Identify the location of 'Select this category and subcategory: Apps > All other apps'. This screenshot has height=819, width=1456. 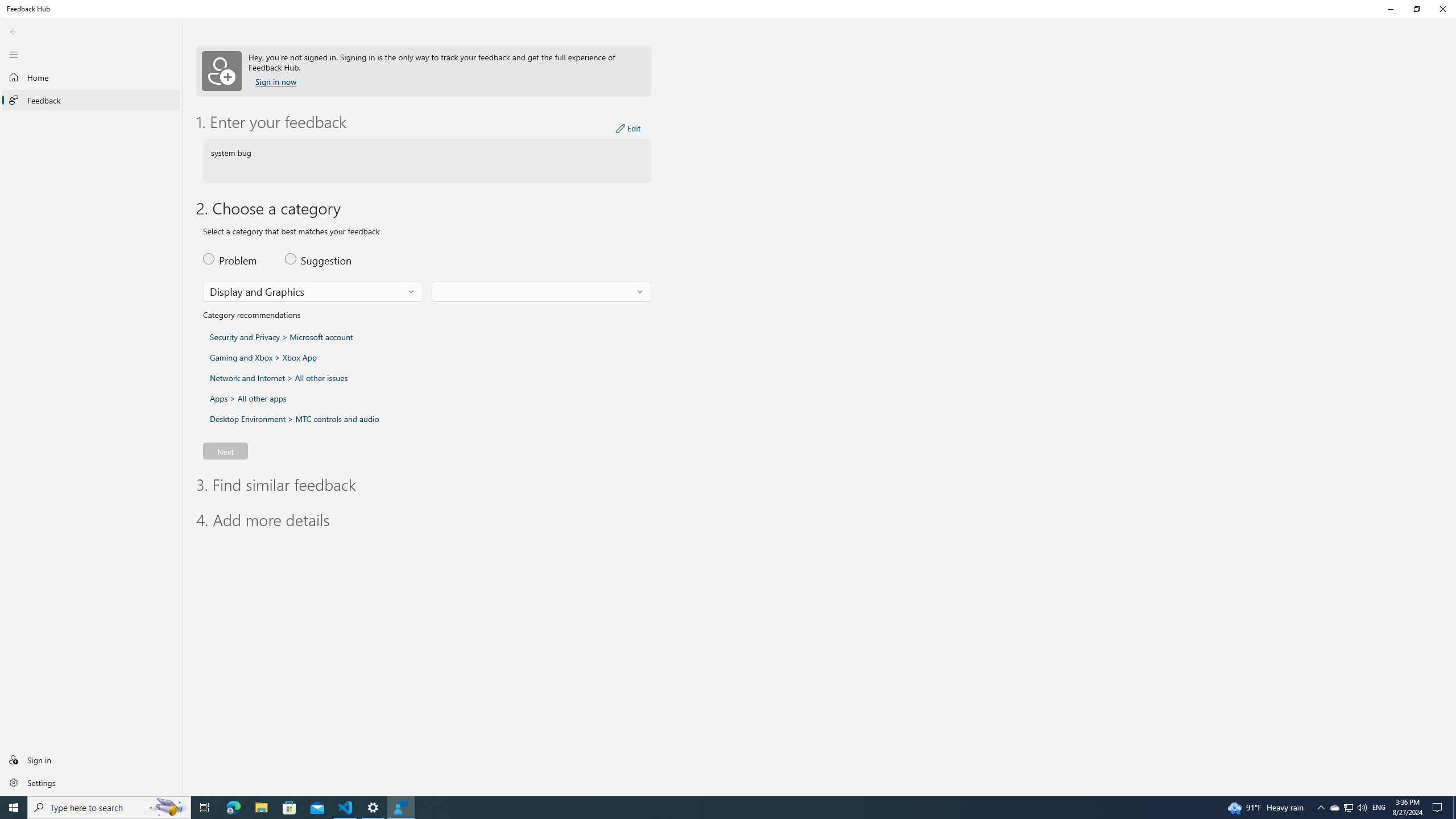
(248, 397).